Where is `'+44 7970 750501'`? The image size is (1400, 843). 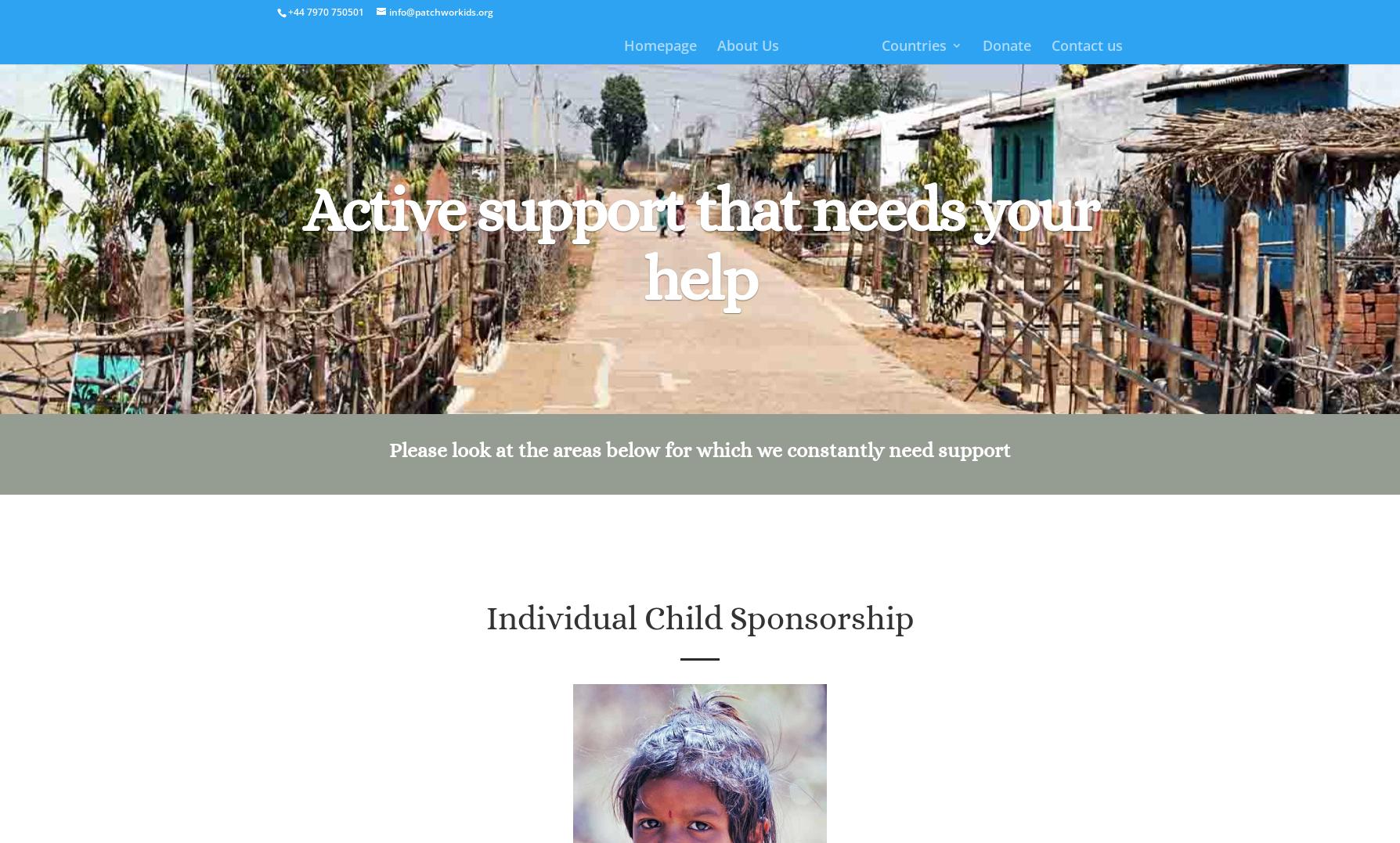
'+44 7970 750501' is located at coordinates (325, 11).